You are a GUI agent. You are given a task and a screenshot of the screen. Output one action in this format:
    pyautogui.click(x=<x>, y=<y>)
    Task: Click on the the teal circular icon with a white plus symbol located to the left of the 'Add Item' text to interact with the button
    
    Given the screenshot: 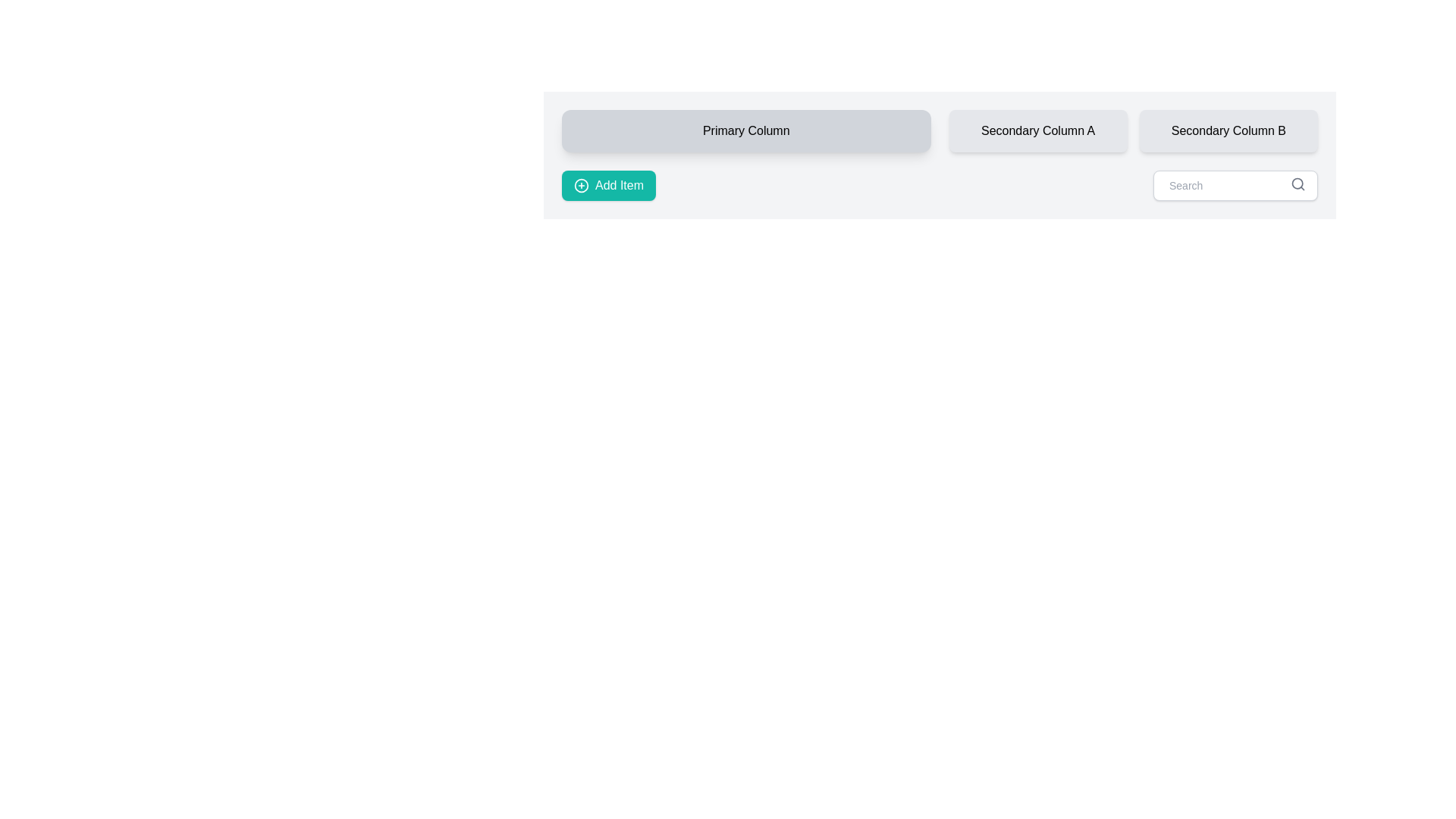 What is the action you would take?
    pyautogui.click(x=581, y=185)
    